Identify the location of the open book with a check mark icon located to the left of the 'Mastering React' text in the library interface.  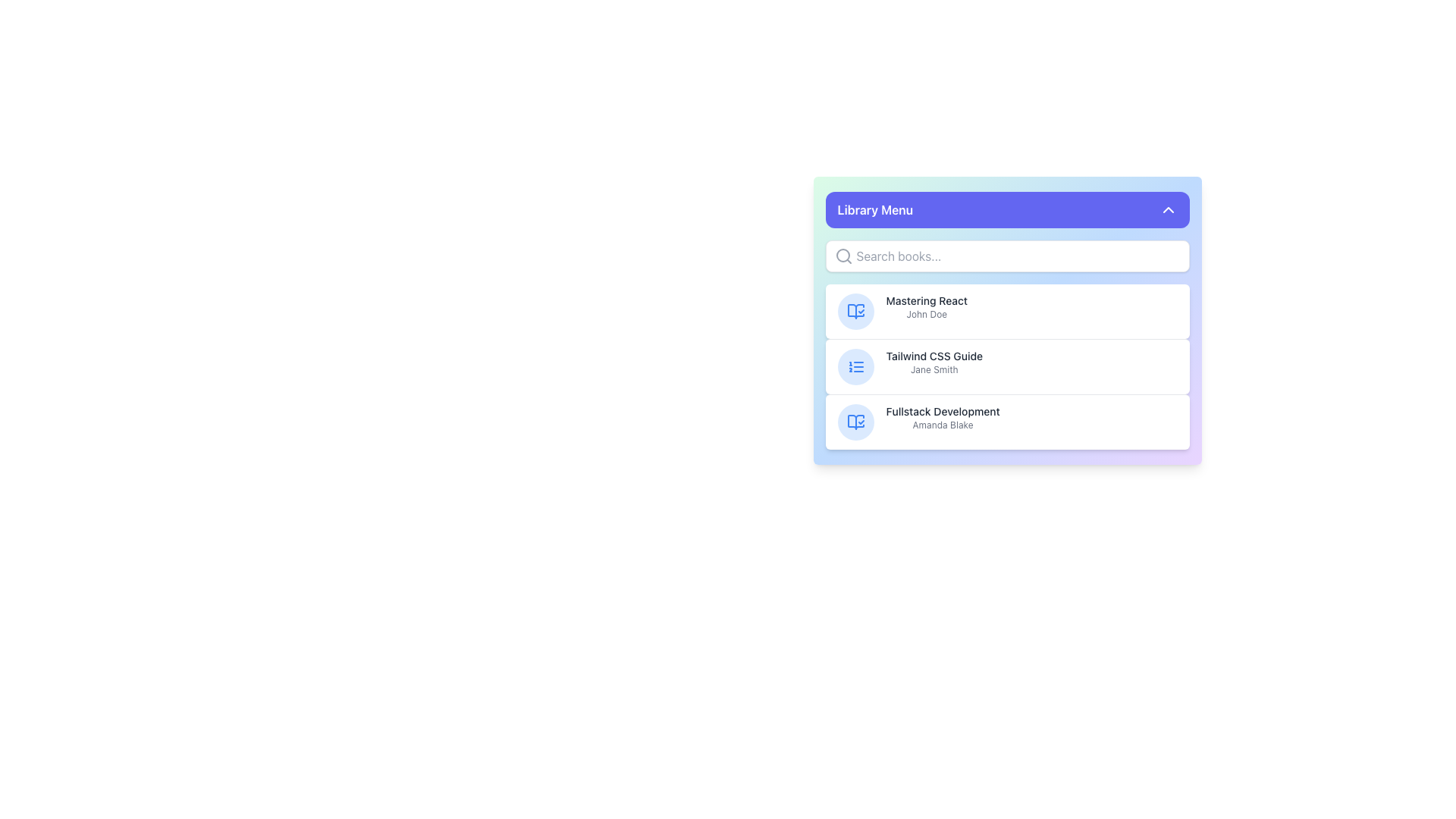
(855, 422).